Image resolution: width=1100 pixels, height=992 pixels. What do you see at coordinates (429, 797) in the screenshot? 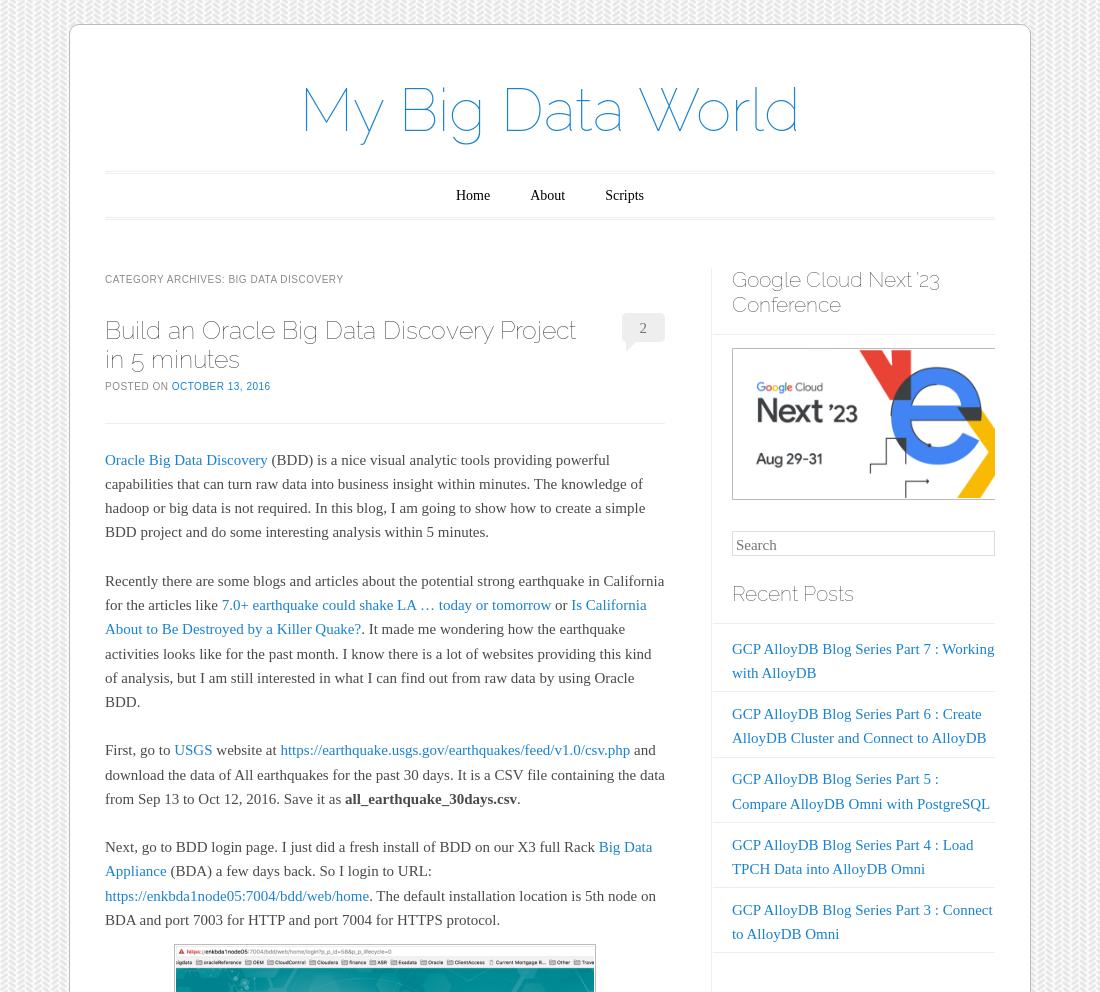
I see `'all_earthquake_30days.csv'` at bounding box center [429, 797].